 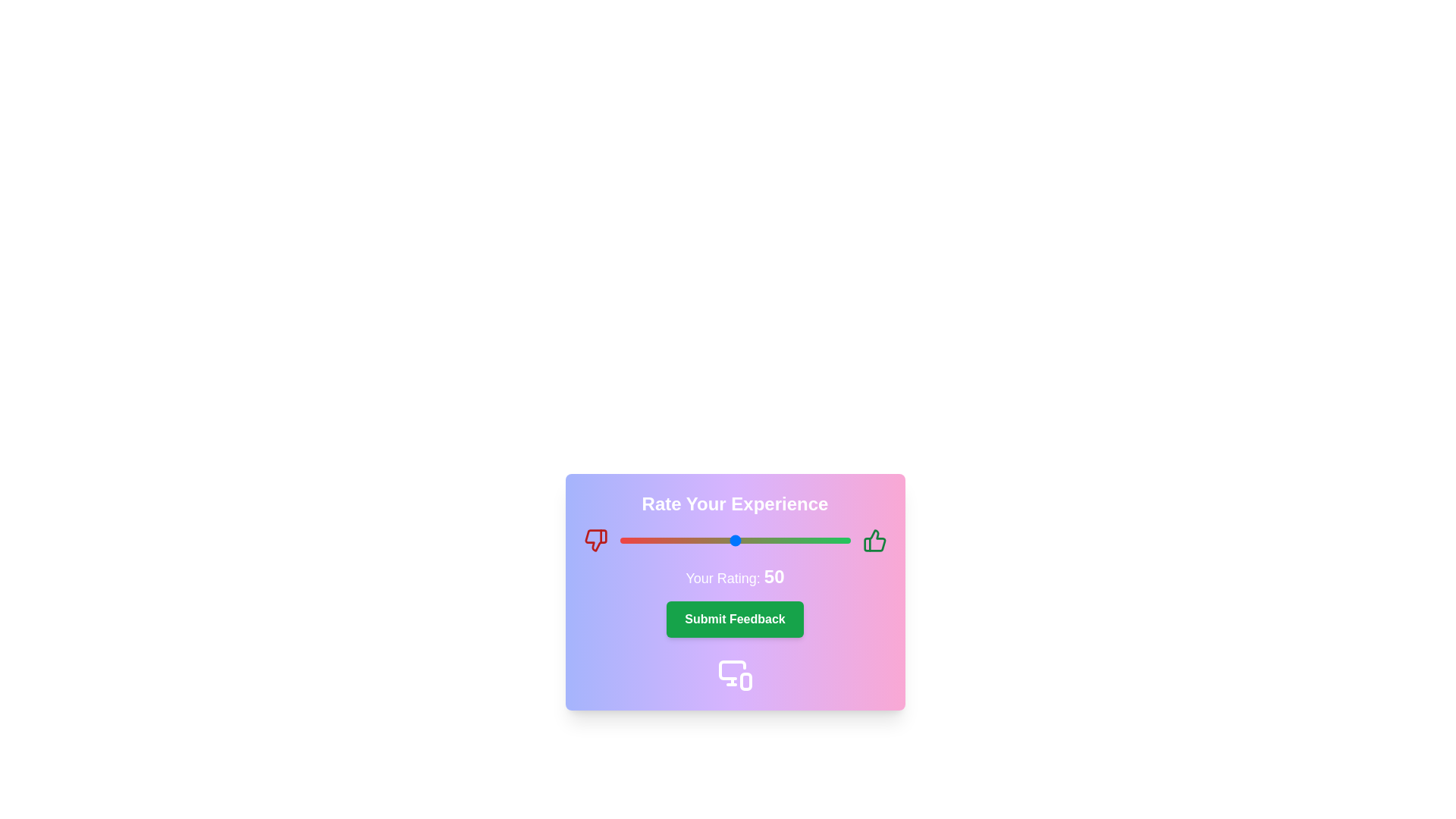 What do you see at coordinates (767, 540) in the screenshot?
I see `the slider to a specific rating value, 64` at bounding box center [767, 540].